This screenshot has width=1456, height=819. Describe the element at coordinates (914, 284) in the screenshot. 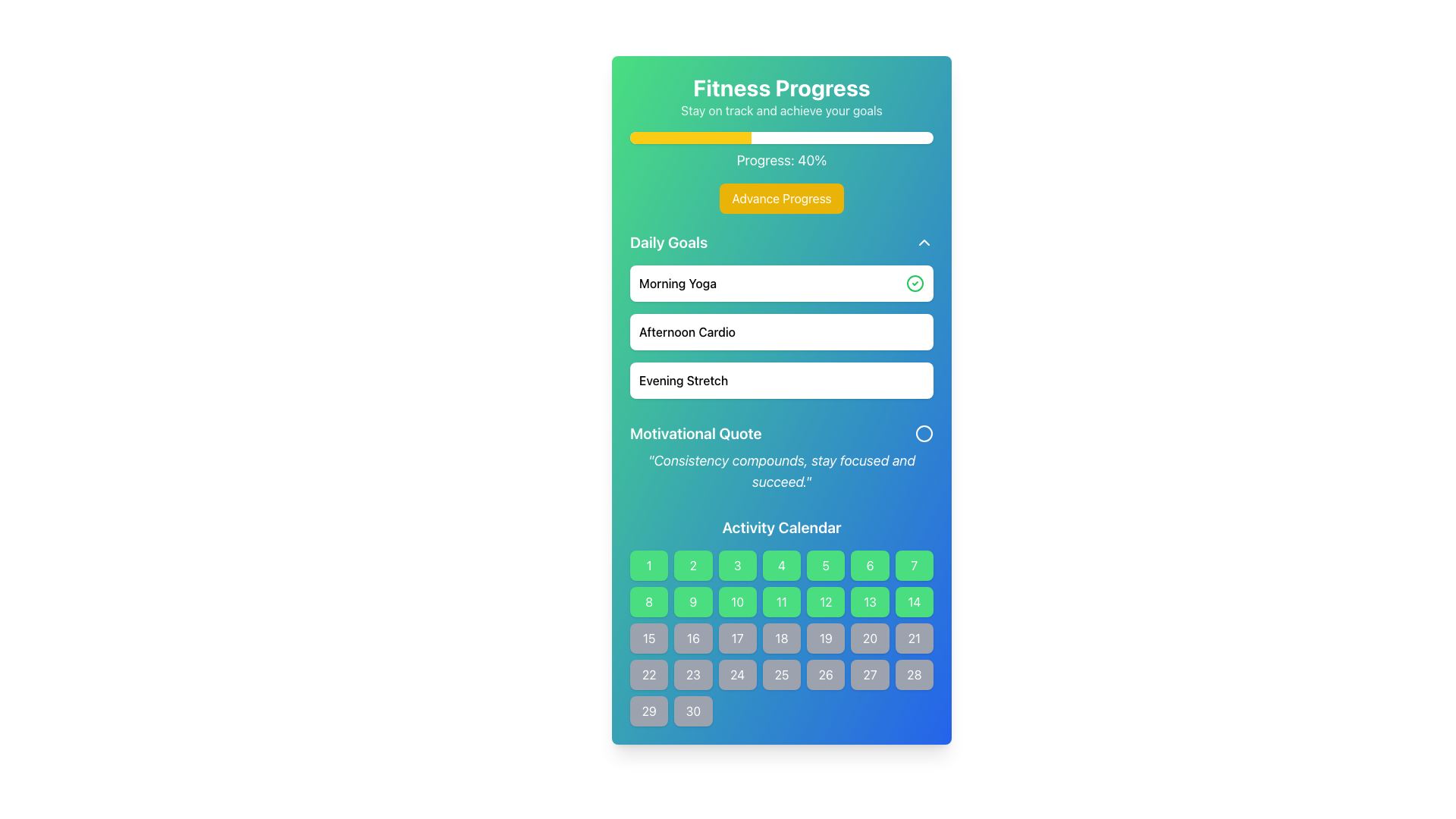

I see `the circular part of the icon indicating status or completion in the 'Daily Goals' section, located to the right of the 'Morning Yoga' text box` at that location.